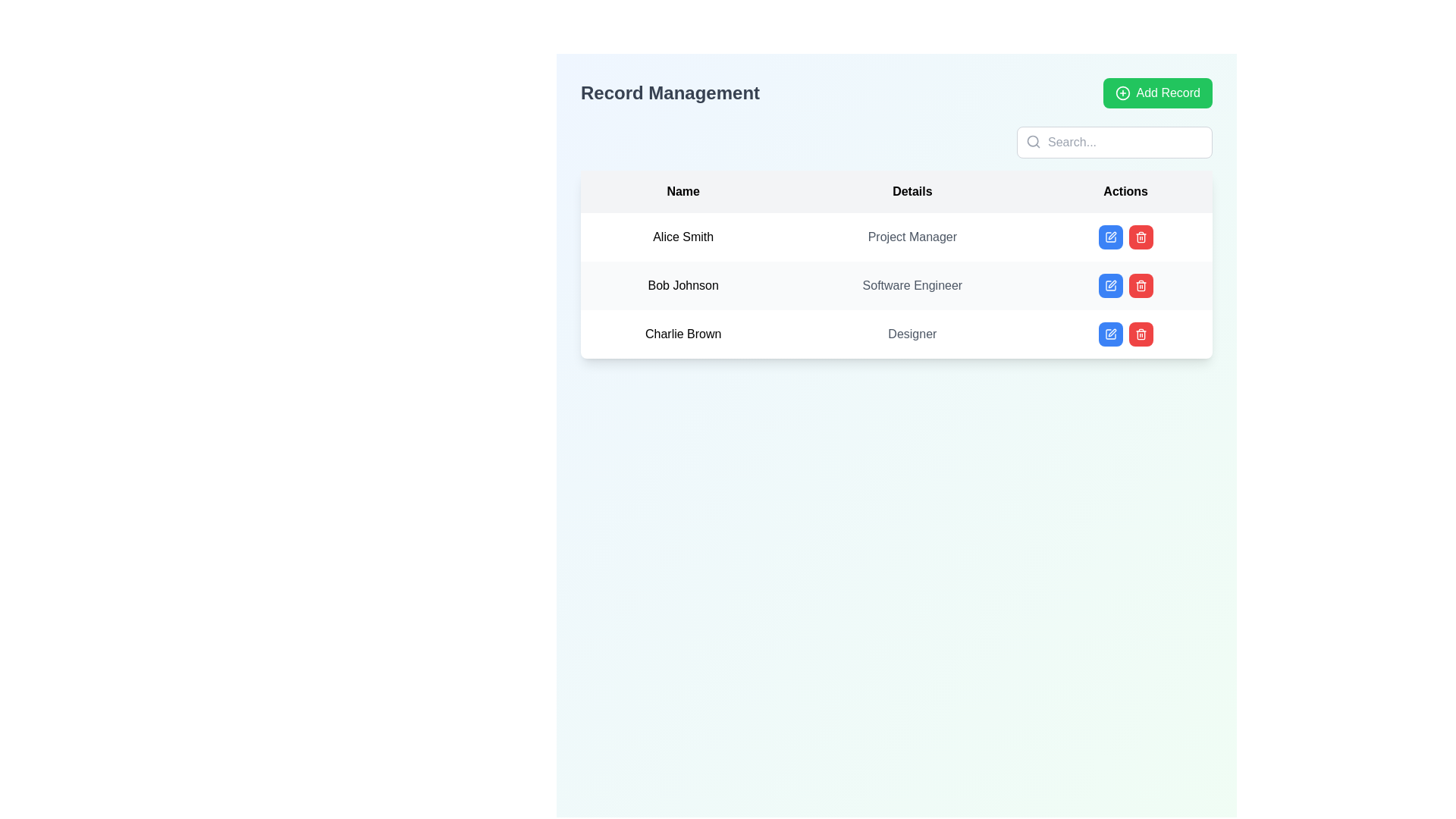 The width and height of the screenshot is (1456, 819). I want to click on the editing icon located in the 'Actions' column adjacent to 'Software Engineer', so click(1110, 237).